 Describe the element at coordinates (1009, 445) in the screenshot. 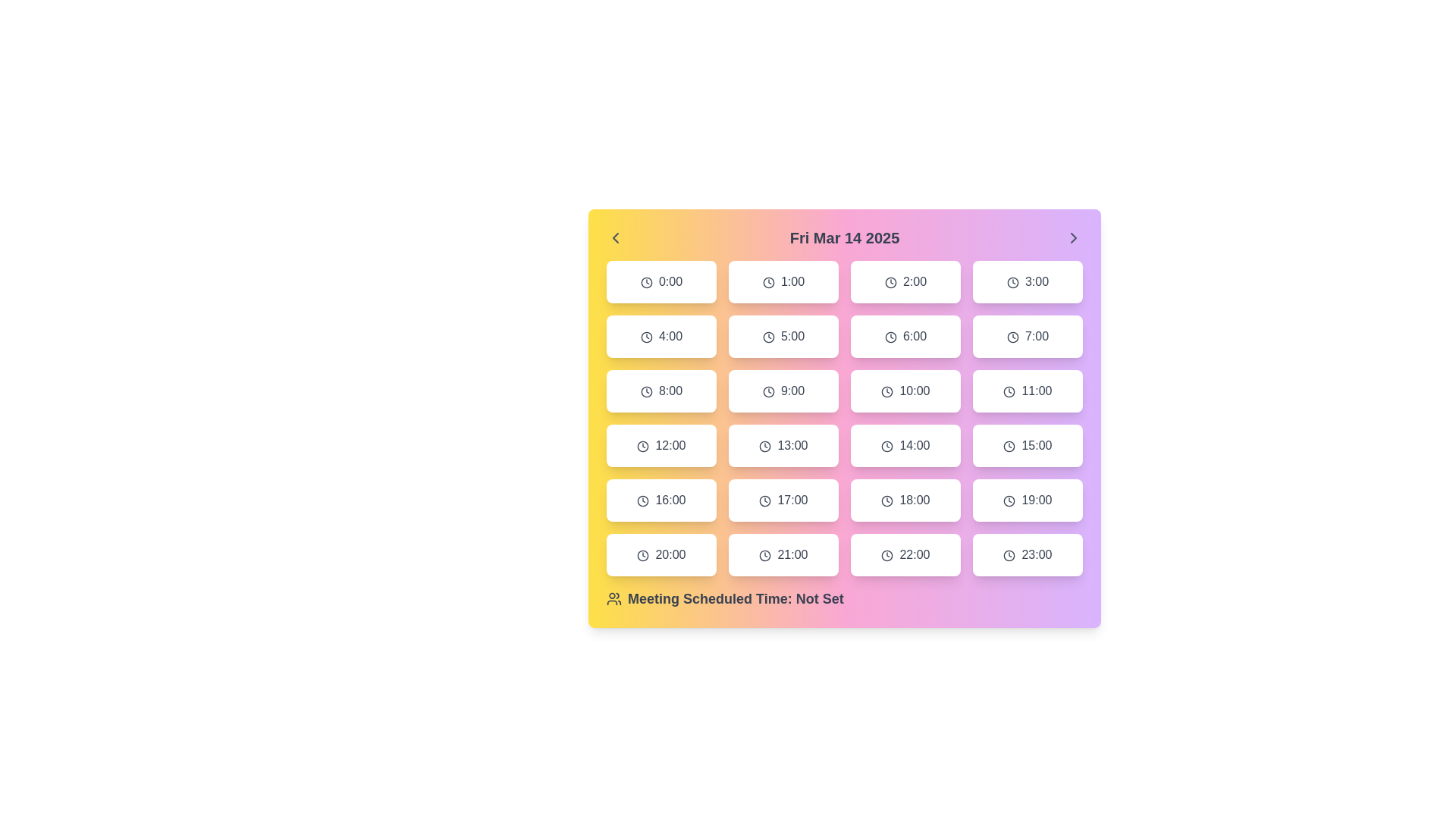

I see `the SVG Circle element with a black border and white inner area, which is centered within the clock icon located in the grid button labeled '15:00' in the fourth row and fourth column` at that location.